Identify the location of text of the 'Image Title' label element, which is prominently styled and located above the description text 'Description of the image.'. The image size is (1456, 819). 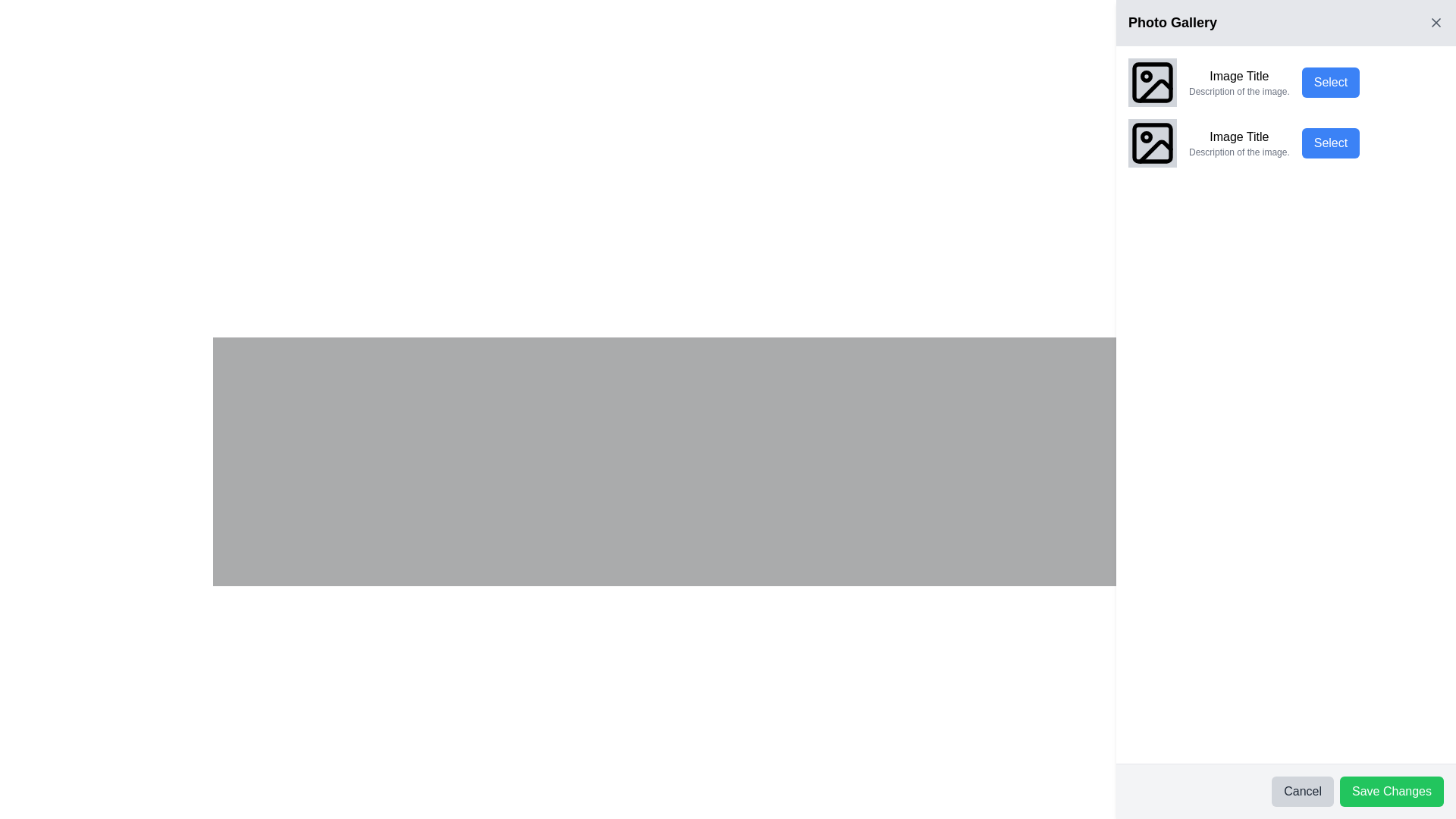
(1239, 76).